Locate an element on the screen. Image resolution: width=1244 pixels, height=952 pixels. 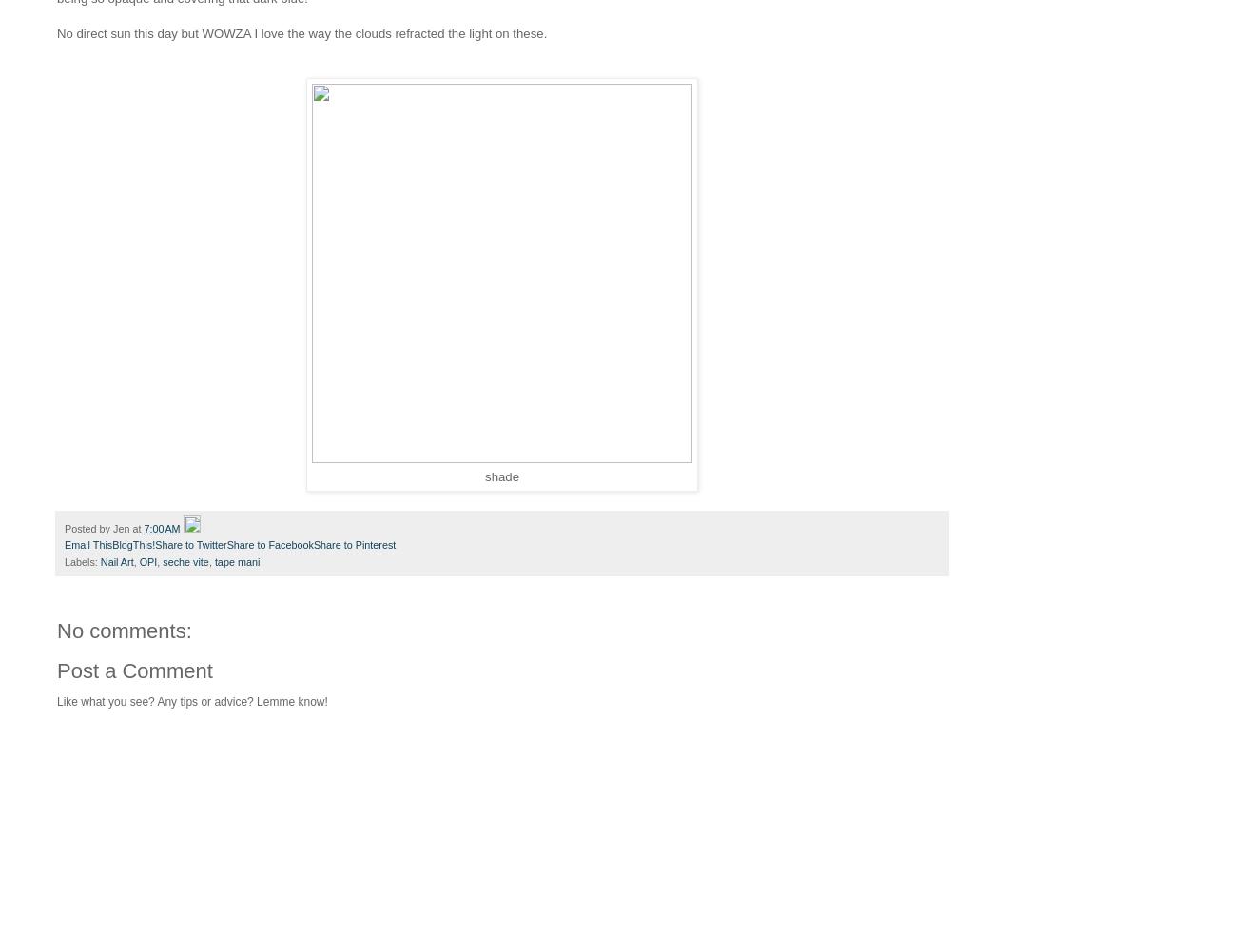
'Labels:' is located at coordinates (81, 560).